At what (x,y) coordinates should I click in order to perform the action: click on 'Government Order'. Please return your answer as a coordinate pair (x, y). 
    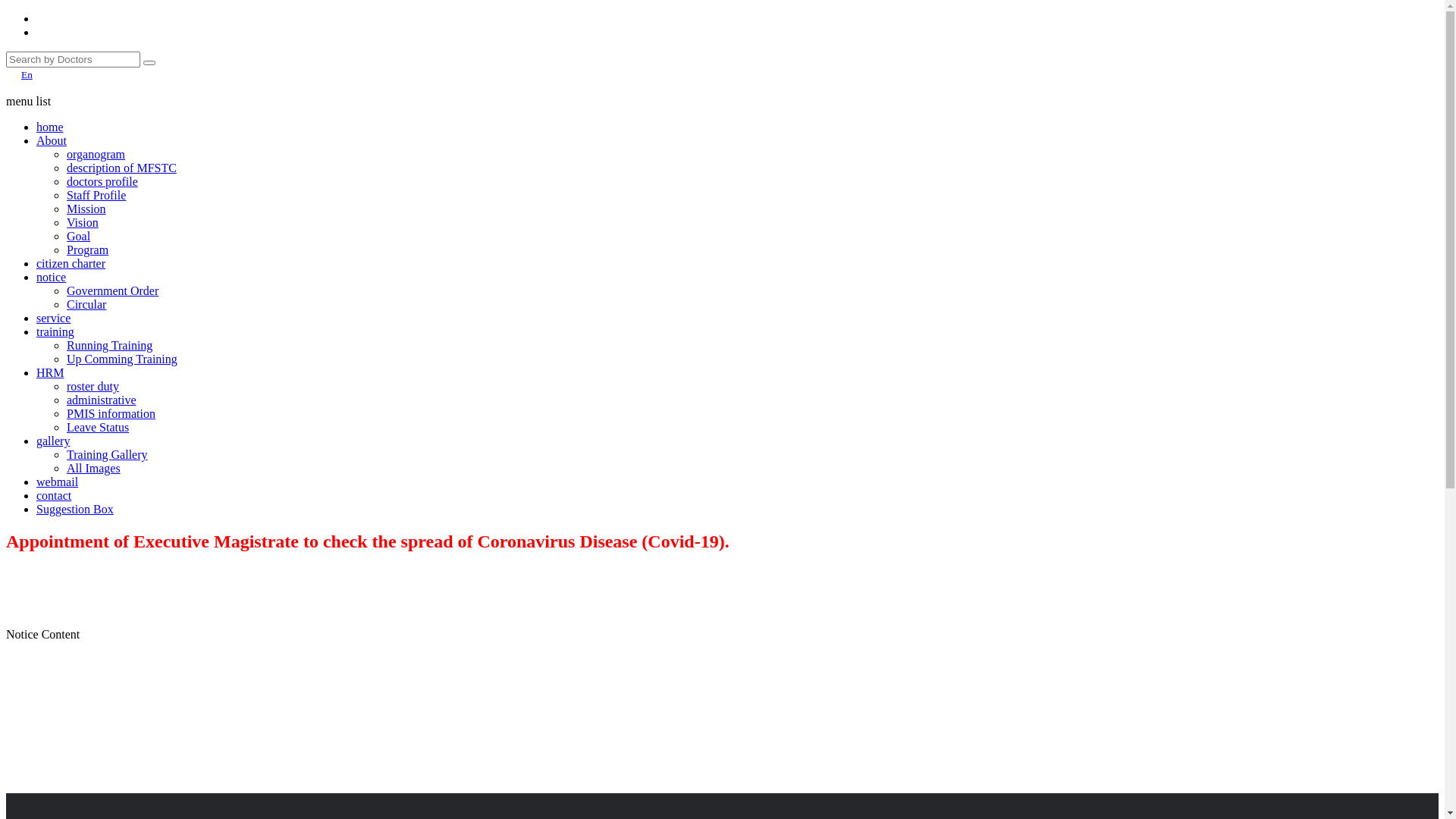
    Looking at the image, I should click on (111, 290).